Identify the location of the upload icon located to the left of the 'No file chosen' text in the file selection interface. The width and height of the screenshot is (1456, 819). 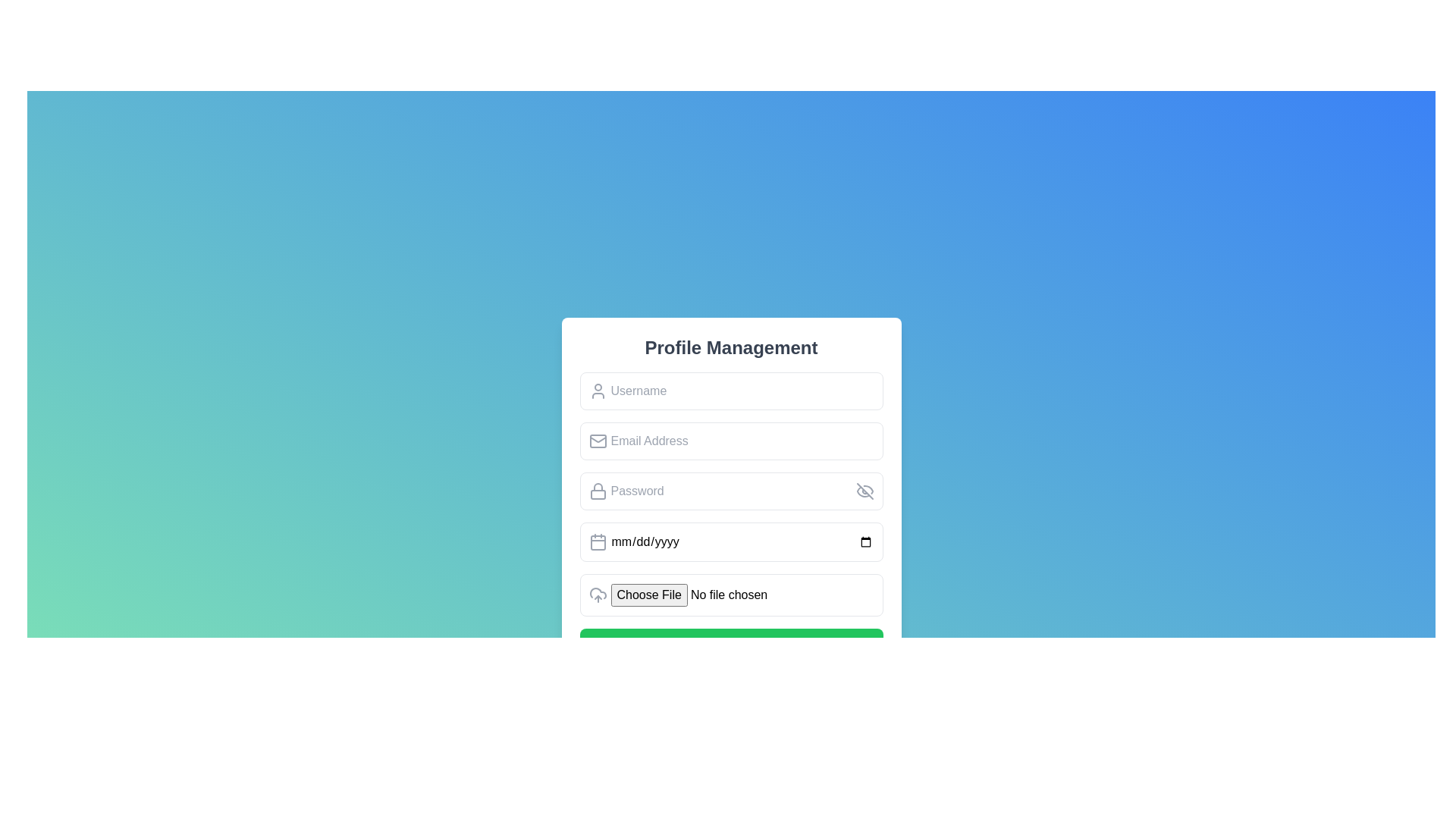
(597, 595).